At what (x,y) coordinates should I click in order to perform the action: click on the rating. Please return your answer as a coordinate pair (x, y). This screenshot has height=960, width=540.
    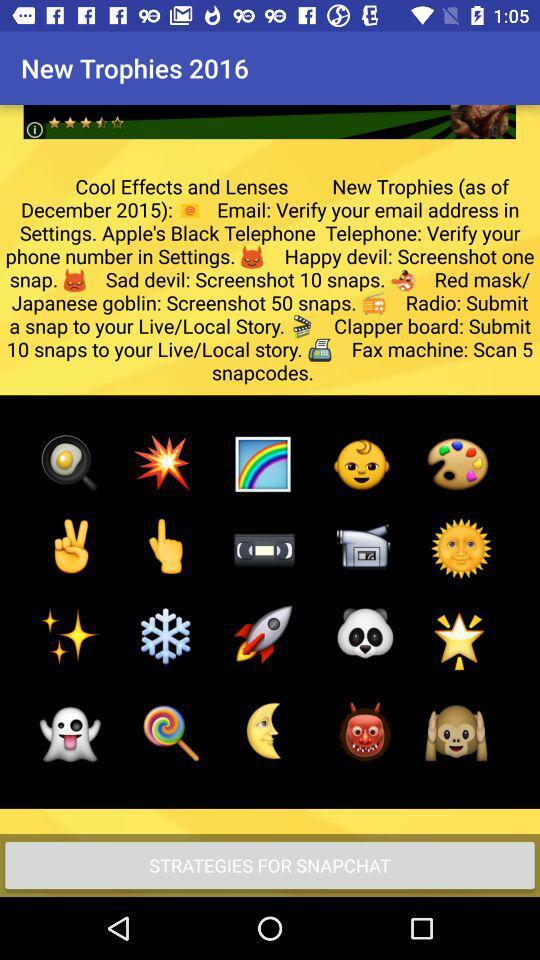
    Looking at the image, I should click on (269, 106).